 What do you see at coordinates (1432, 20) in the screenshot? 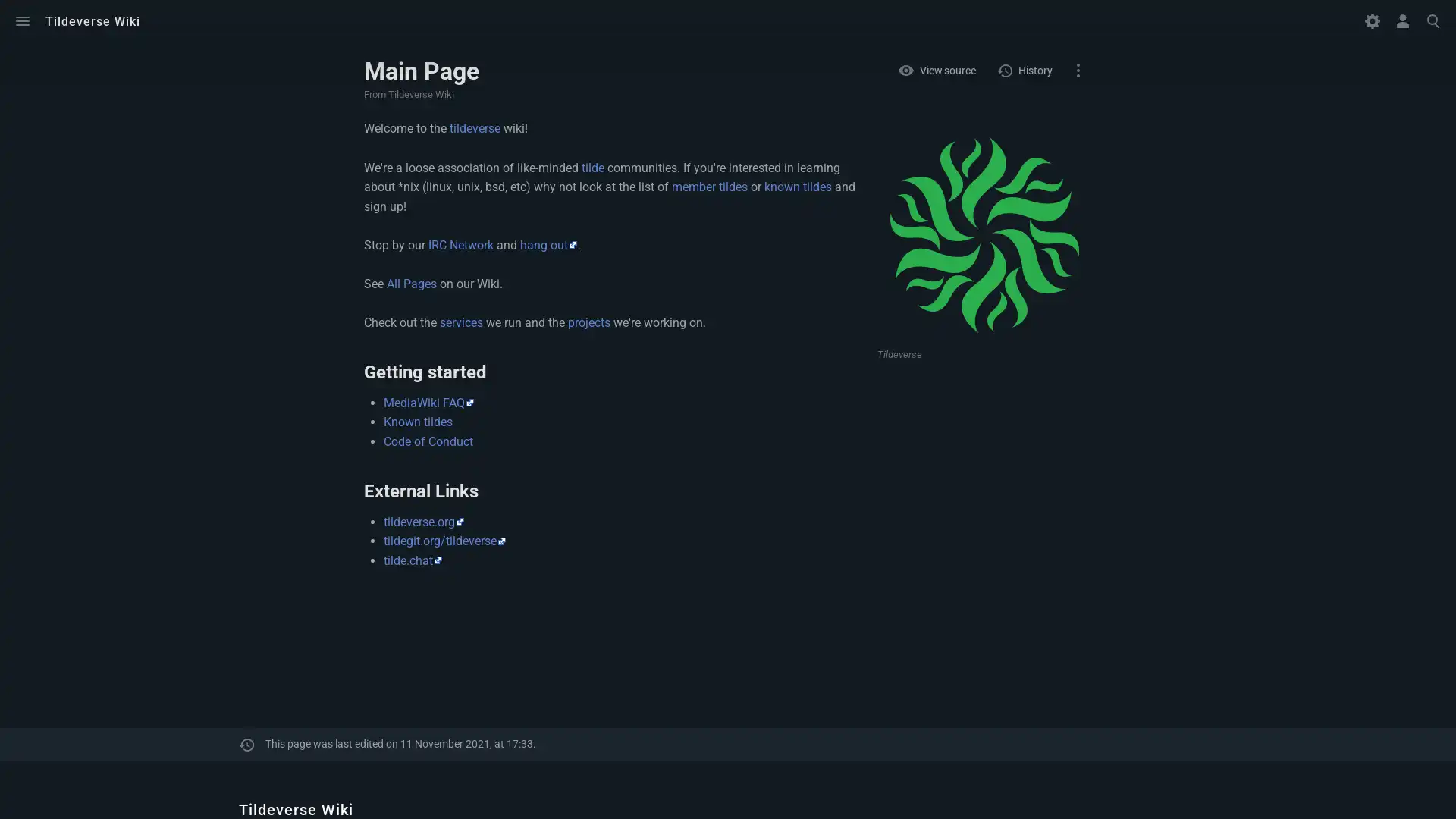
I see `Toggle search` at bounding box center [1432, 20].